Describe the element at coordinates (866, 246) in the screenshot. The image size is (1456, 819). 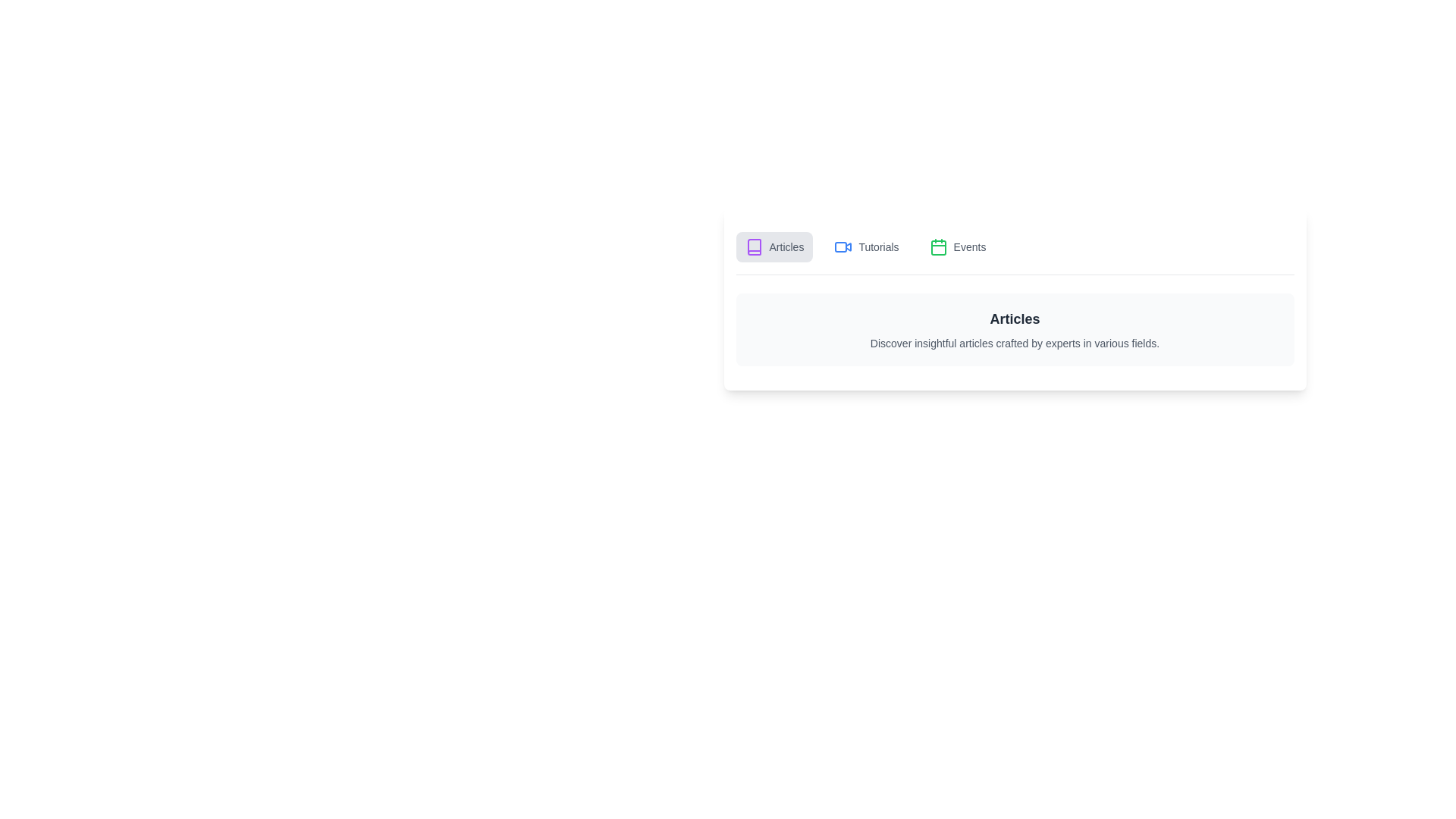
I see `the Tutorials tab to view its content` at that location.